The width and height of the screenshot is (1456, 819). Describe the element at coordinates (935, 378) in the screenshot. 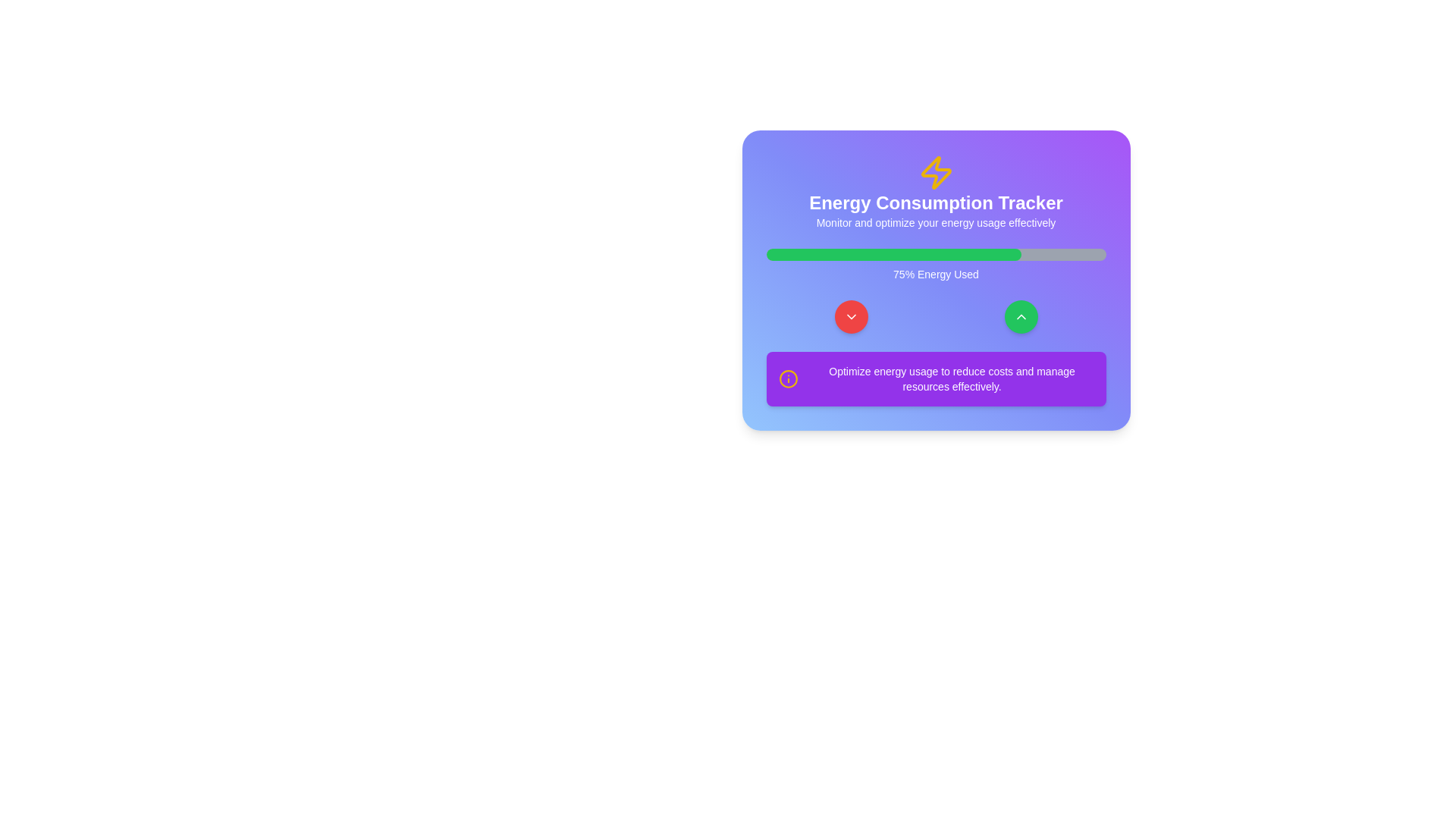

I see `informational message with a purple background that contains the text 'Optimize energy usage to reduce costs and manage resources effectively.'` at that location.